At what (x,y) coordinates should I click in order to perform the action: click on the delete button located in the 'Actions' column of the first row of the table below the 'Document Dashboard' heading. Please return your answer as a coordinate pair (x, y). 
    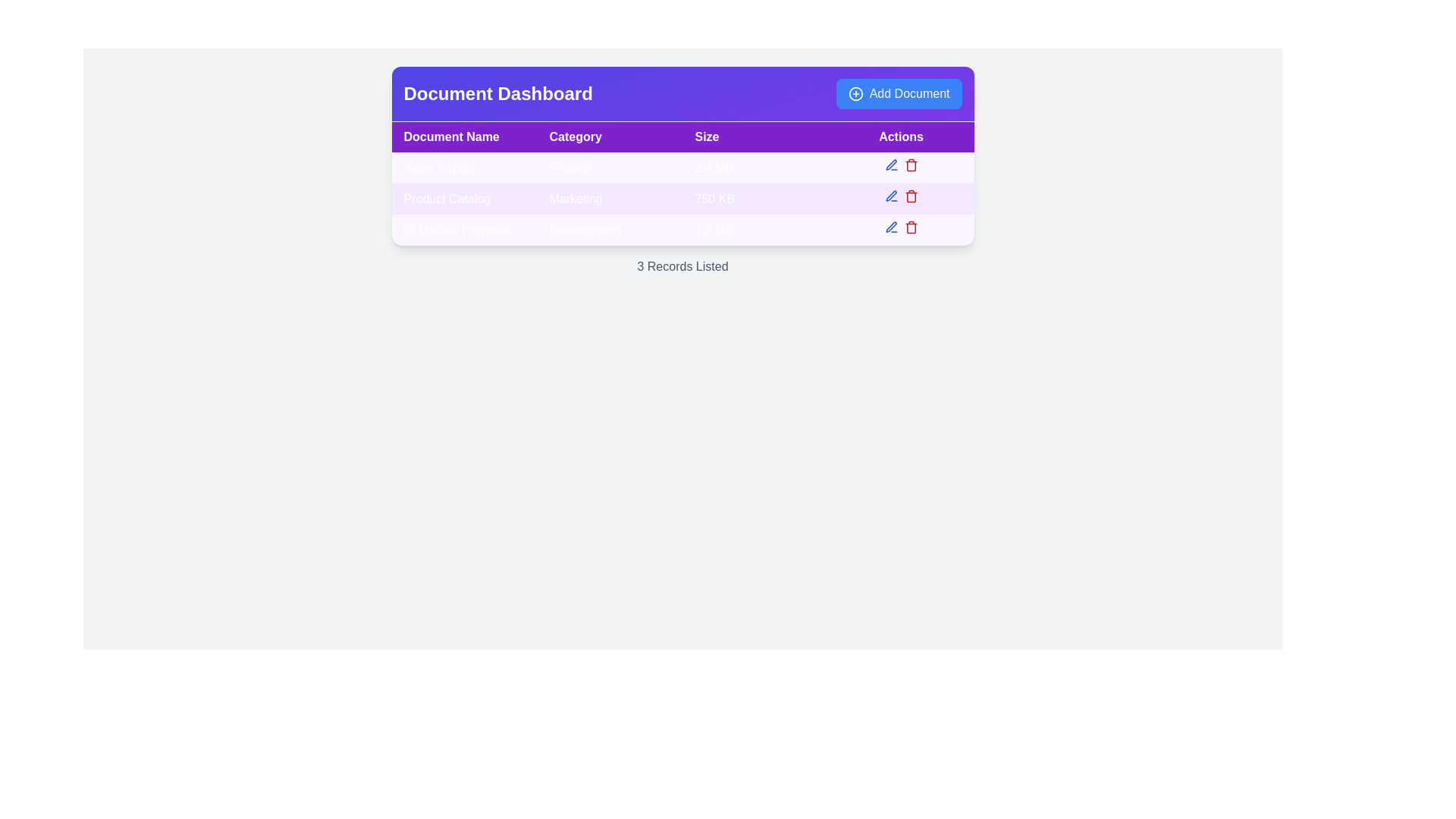
    Looking at the image, I should click on (910, 165).